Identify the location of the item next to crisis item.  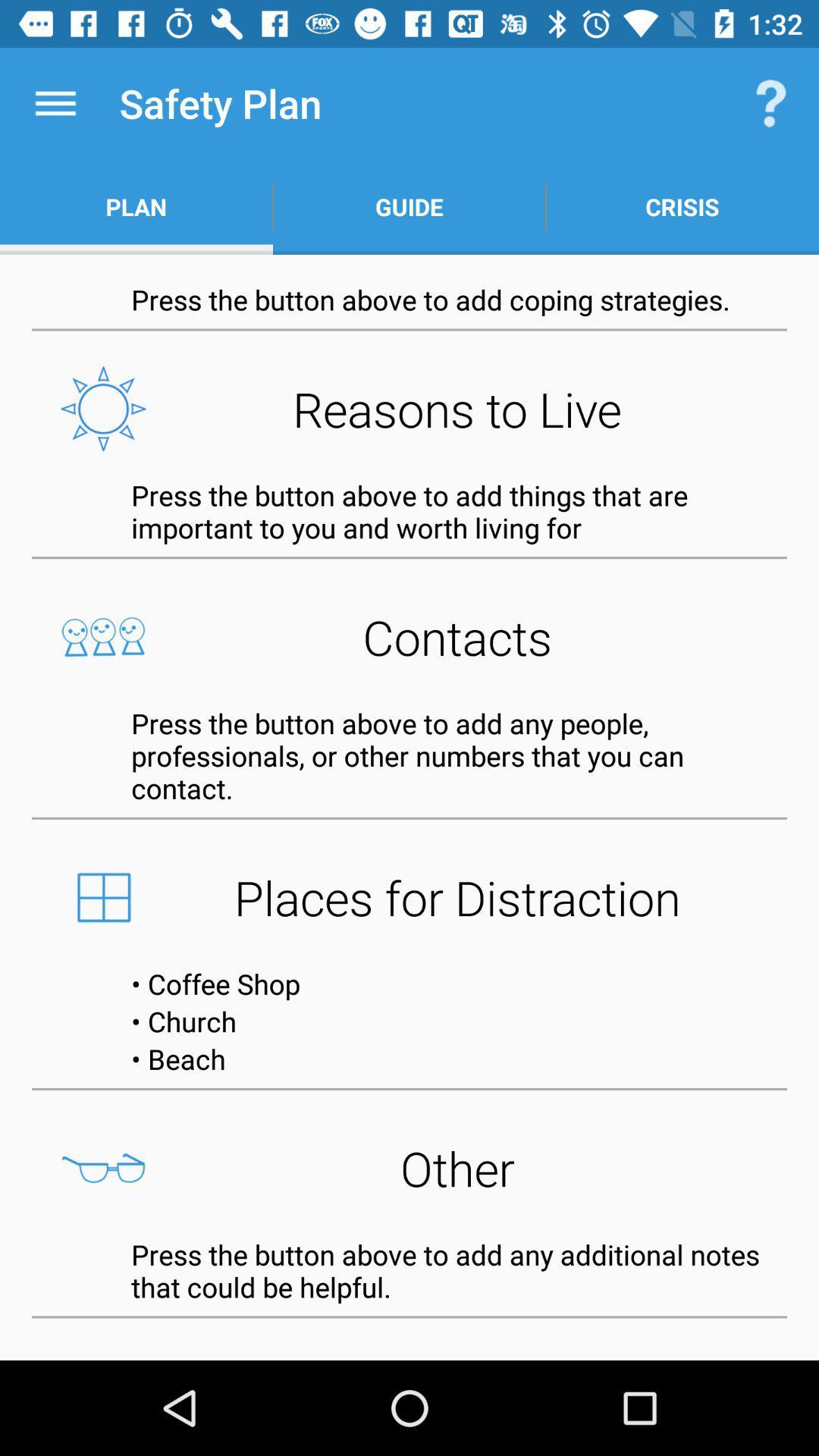
(409, 206).